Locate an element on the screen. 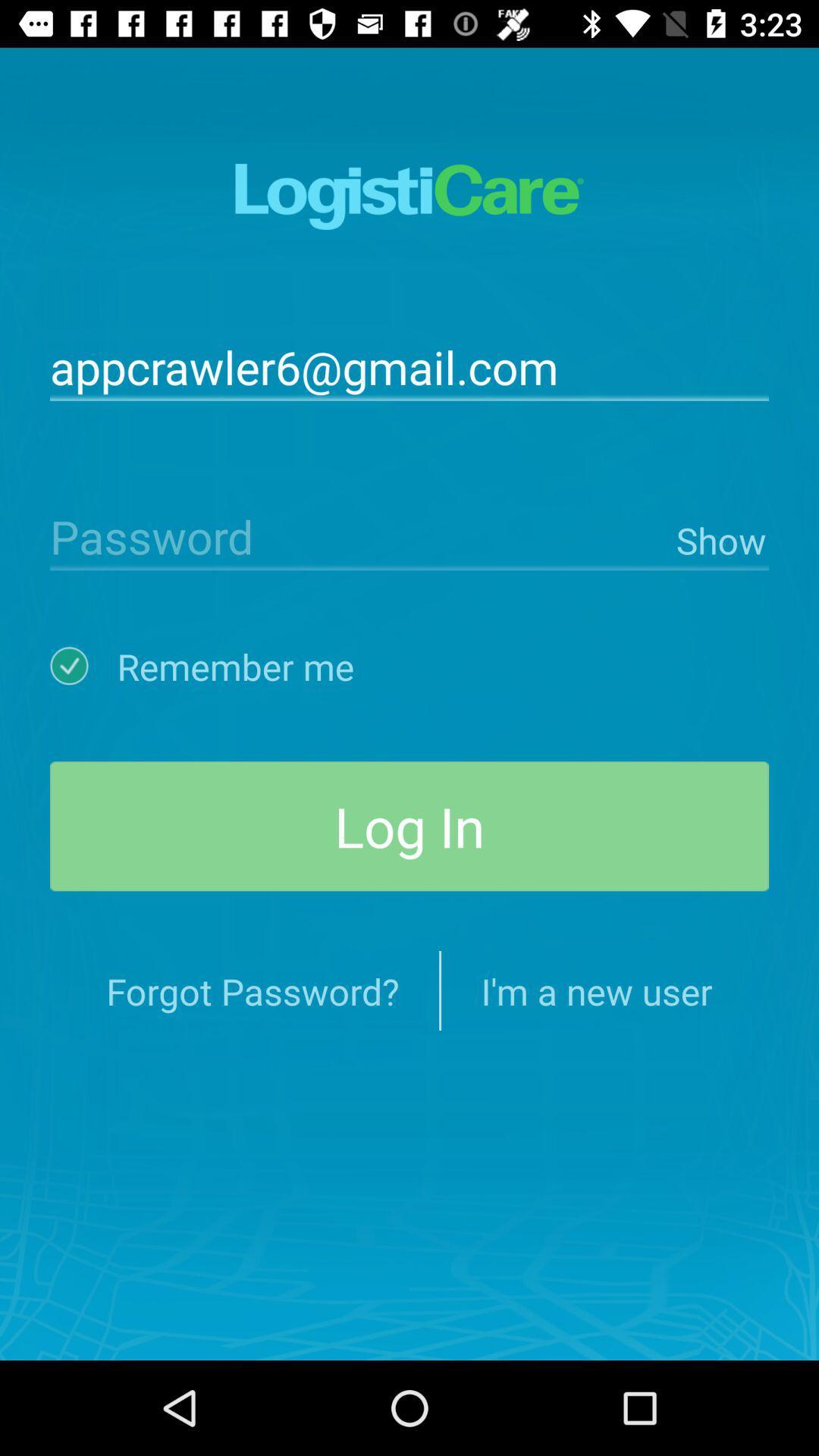 Image resolution: width=819 pixels, height=1456 pixels. icon below the appcrawler6@gmail.com item is located at coordinates (359, 535).